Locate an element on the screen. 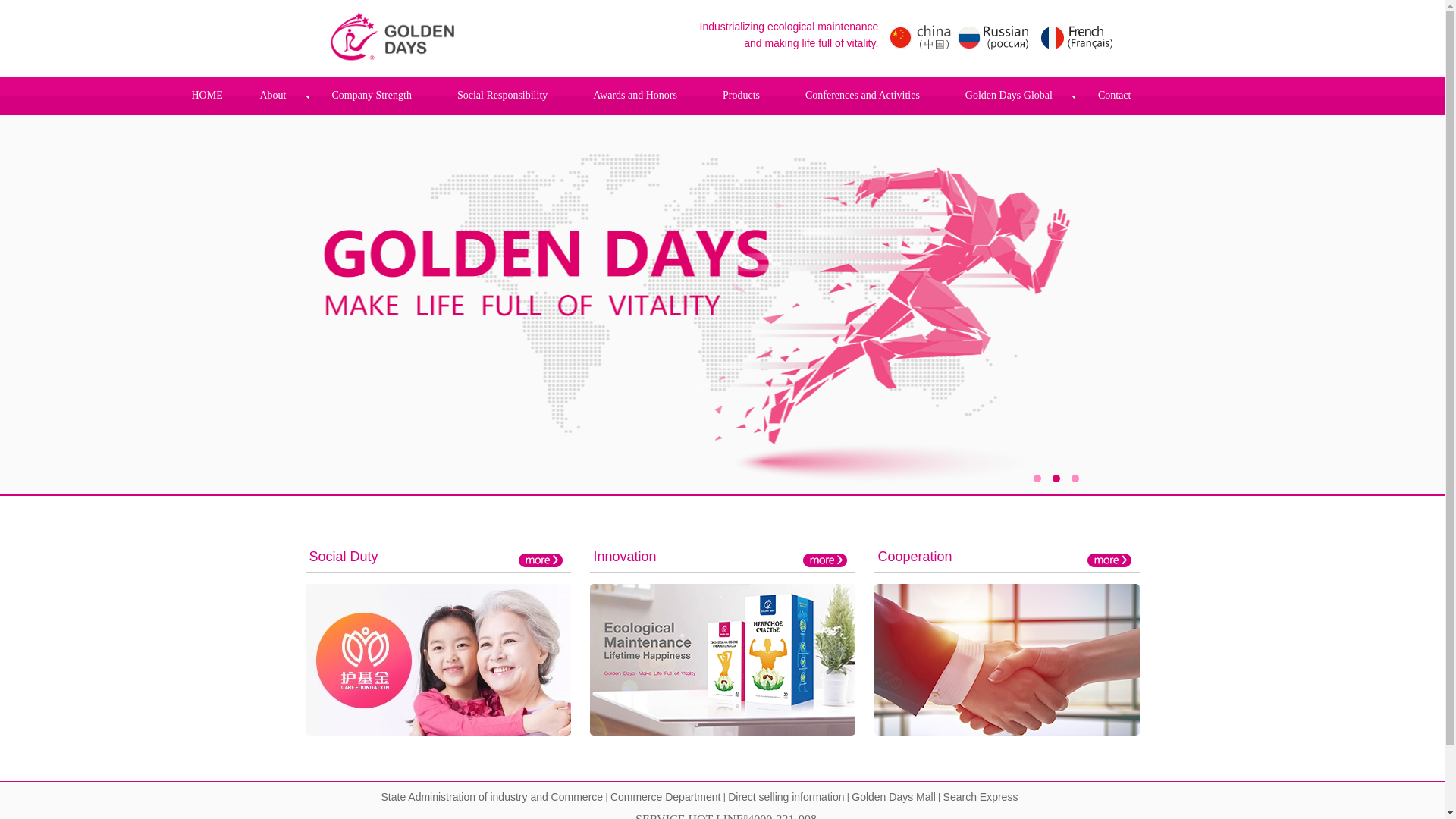 This screenshot has width=1456, height=819. 'Social Responsibility' is located at coordinates (502, 96).